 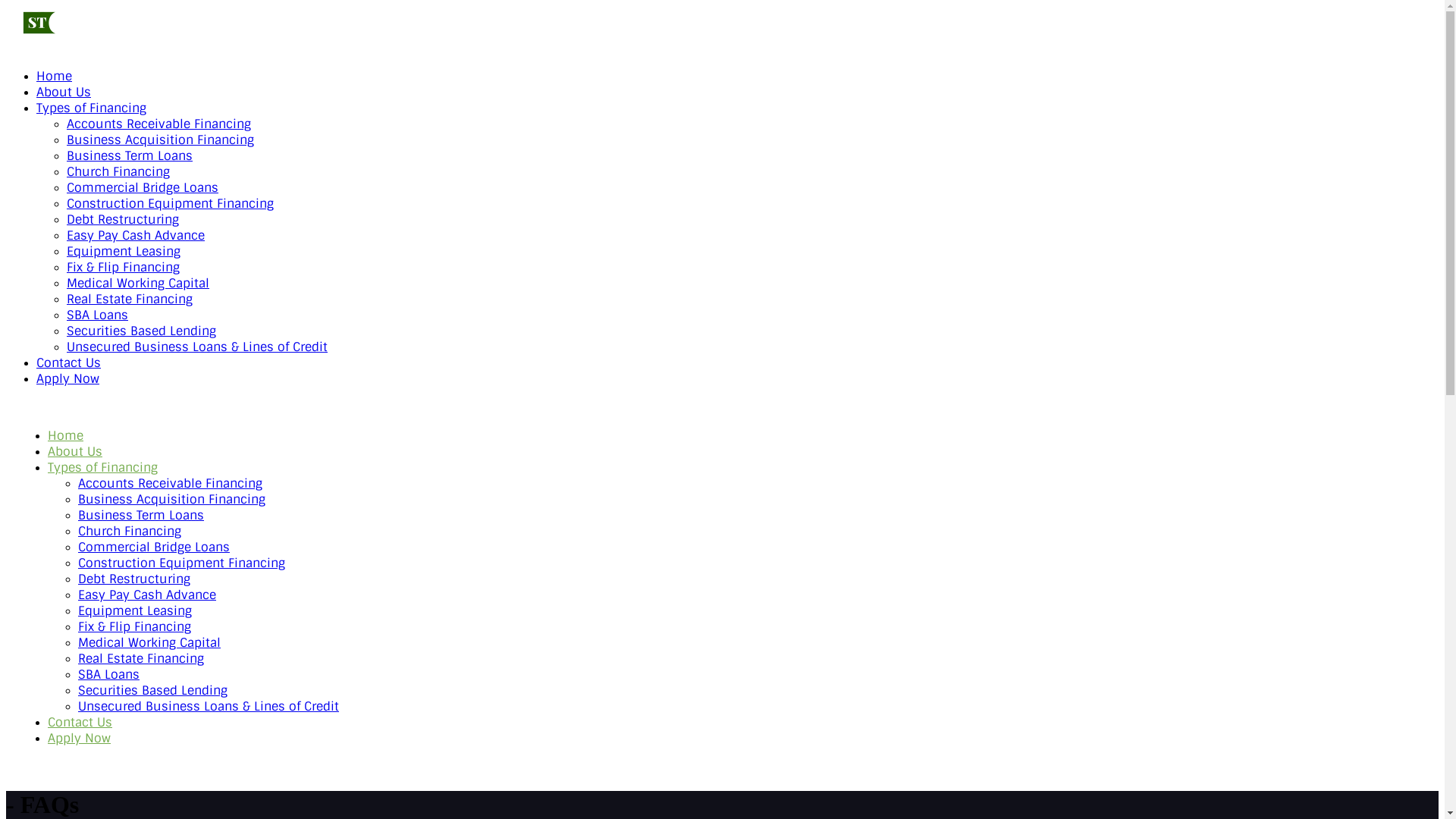 What do you see at coordinates (207, 706) in the screenshot?
I see `'Unsecured Business Loans & Lines of Credit'` at bounding box center [207, 706].